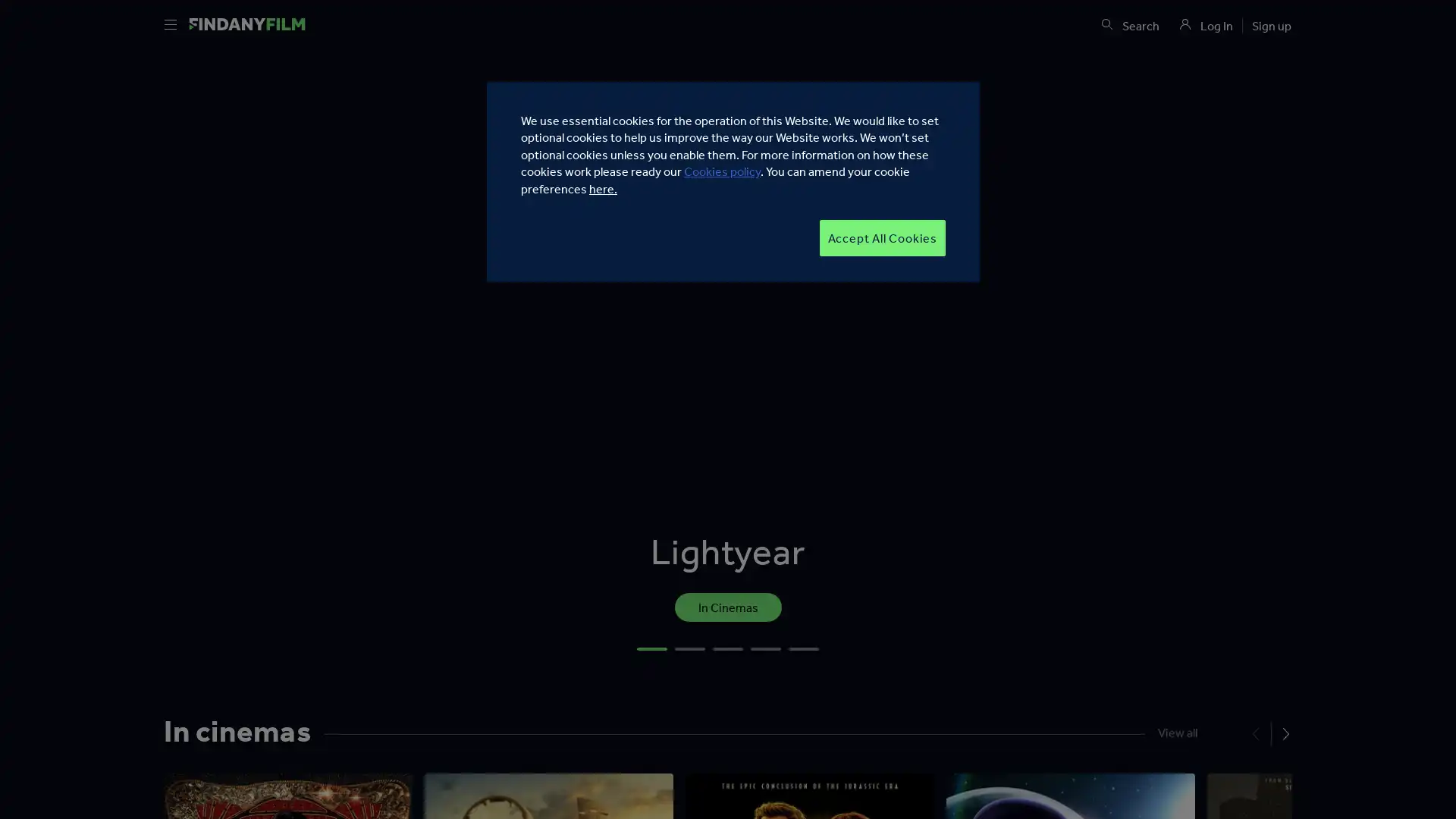 This screenshot has width=1456, height=819. Describe the element at coordinates (882, 237) in the screenshot. I see `Accept All Cookies` at that location.